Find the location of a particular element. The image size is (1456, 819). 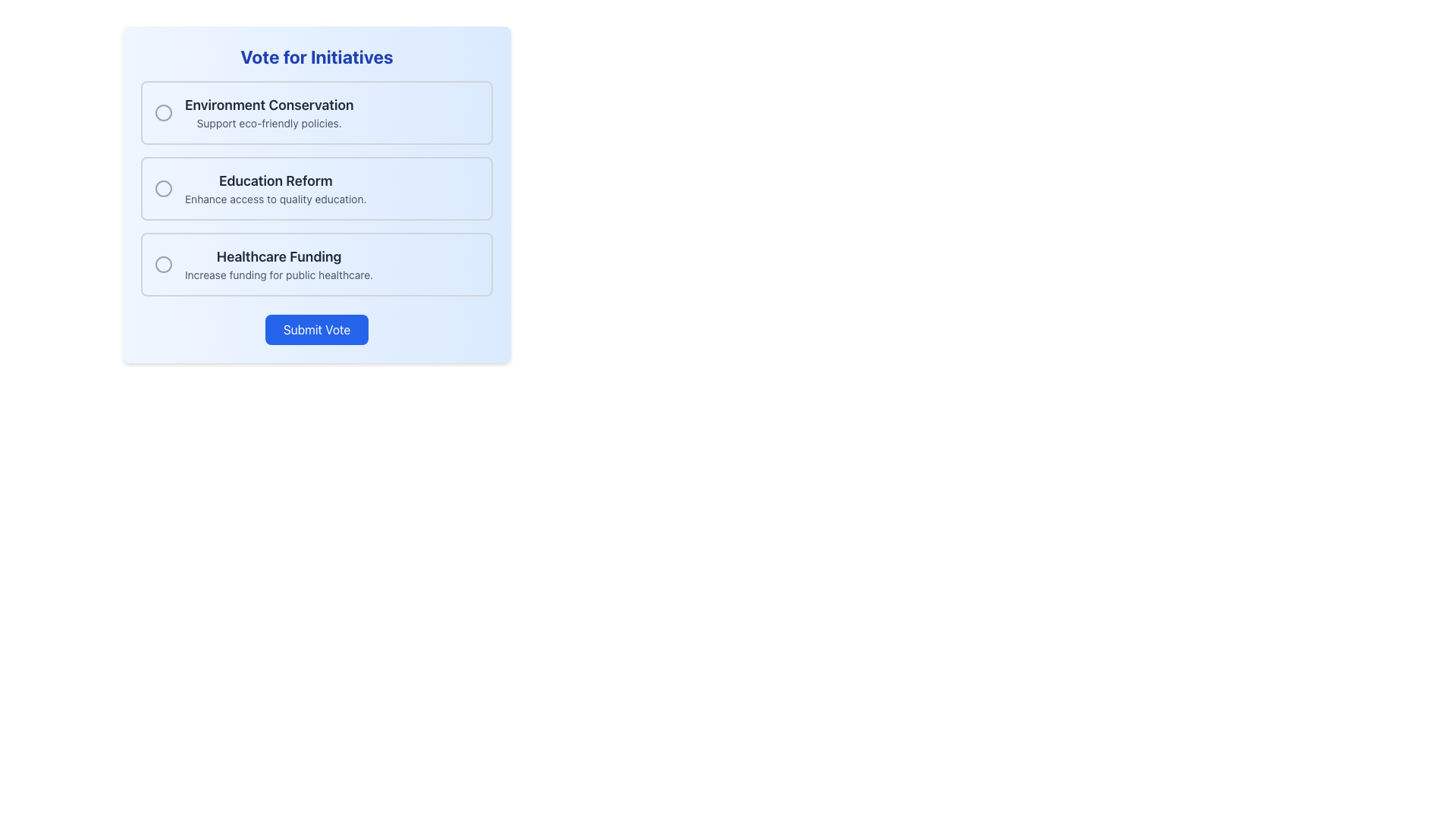

the descriptive label for 'Environment Conservation' in the voting interface, which is positioned below the heading and centered within the first option box is located at coordinates (269, 122).